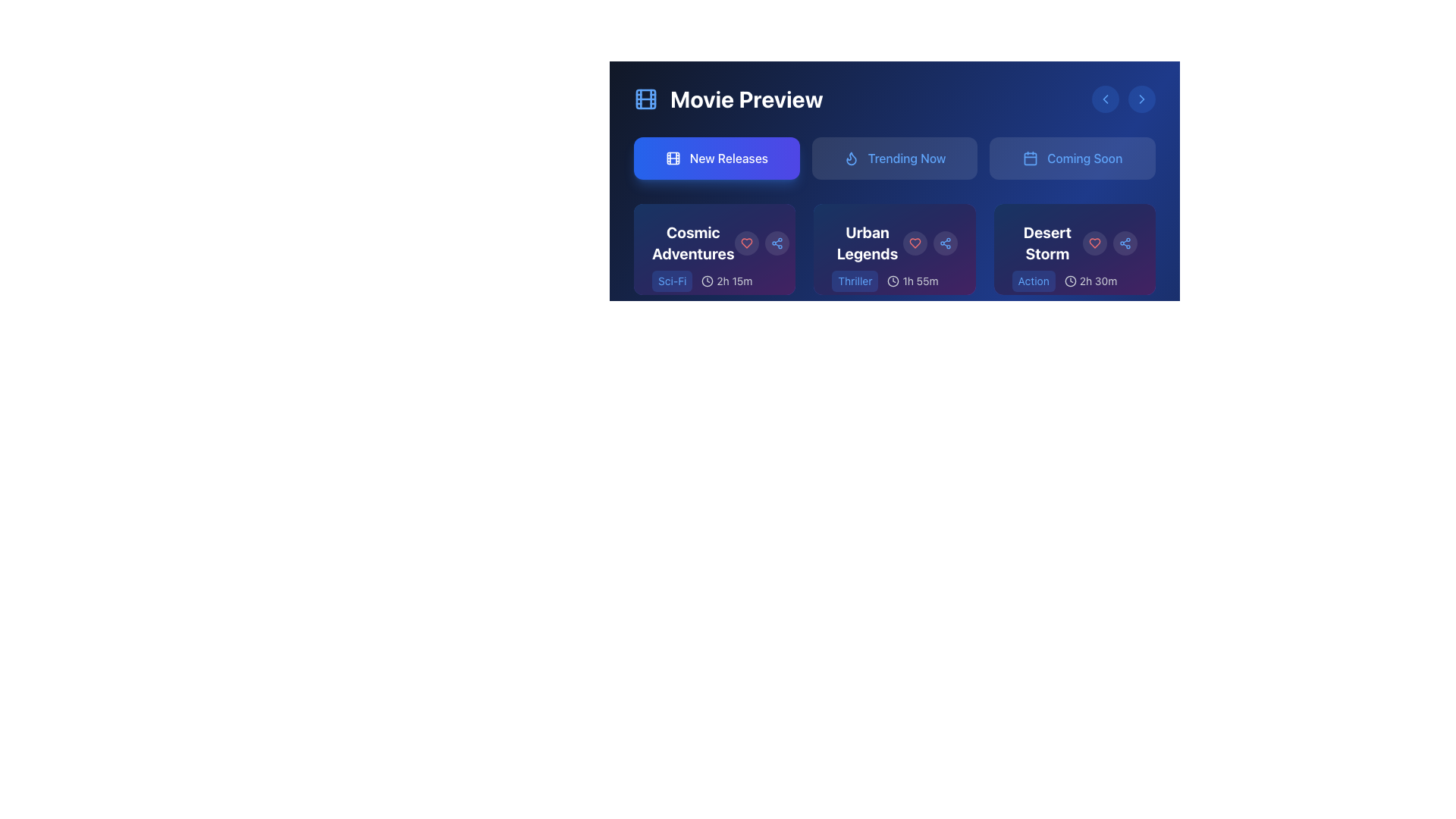  What do you see at coordinates (1033, 281) in the screenshot?
I see `the rectangular badge with rounded corners that contains the text 'Action' in light blue font, located within the 'Desert Storm' card` at bounding box center [1033, 281].